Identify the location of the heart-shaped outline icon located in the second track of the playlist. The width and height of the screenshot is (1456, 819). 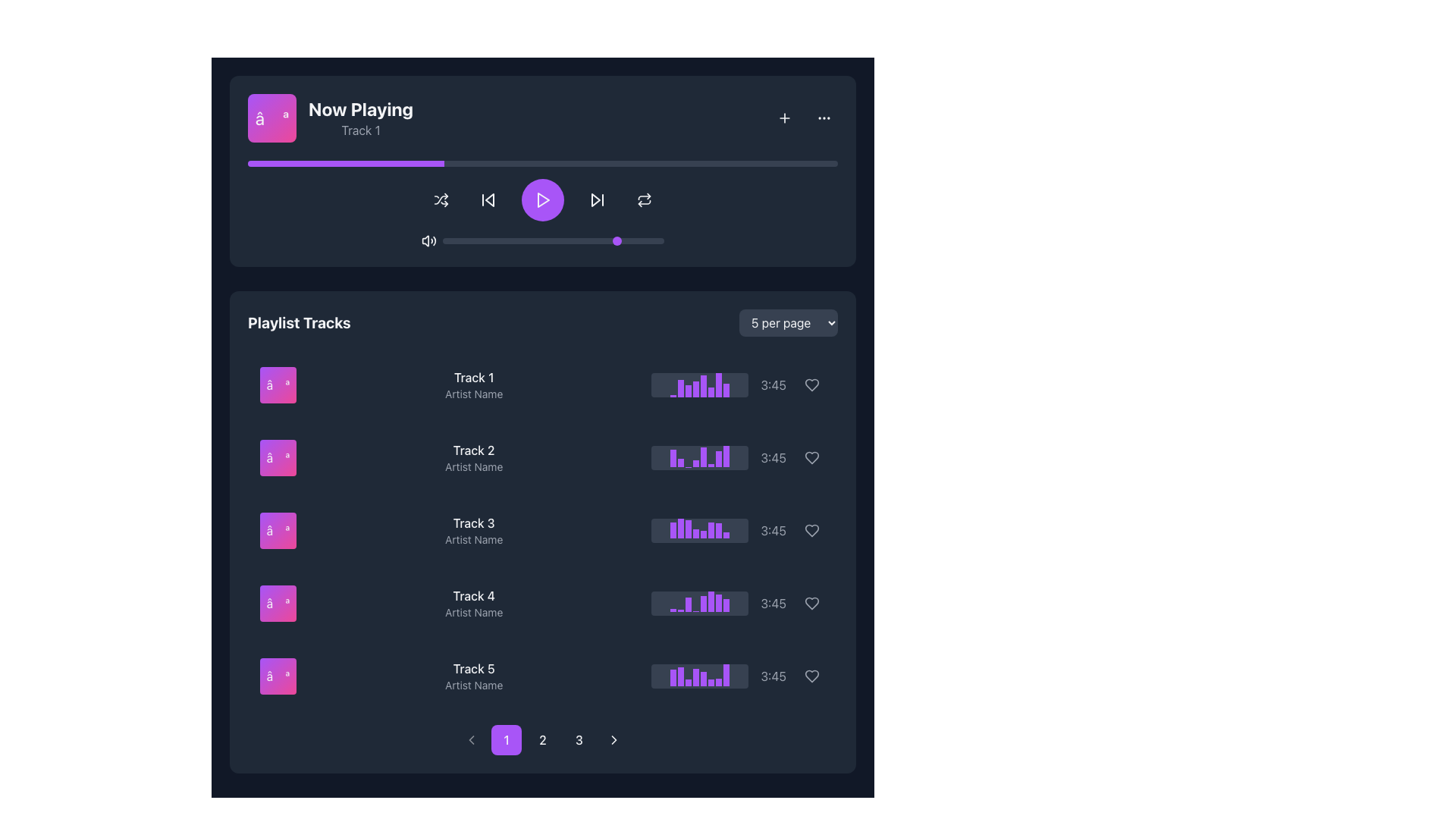
(811, 457).